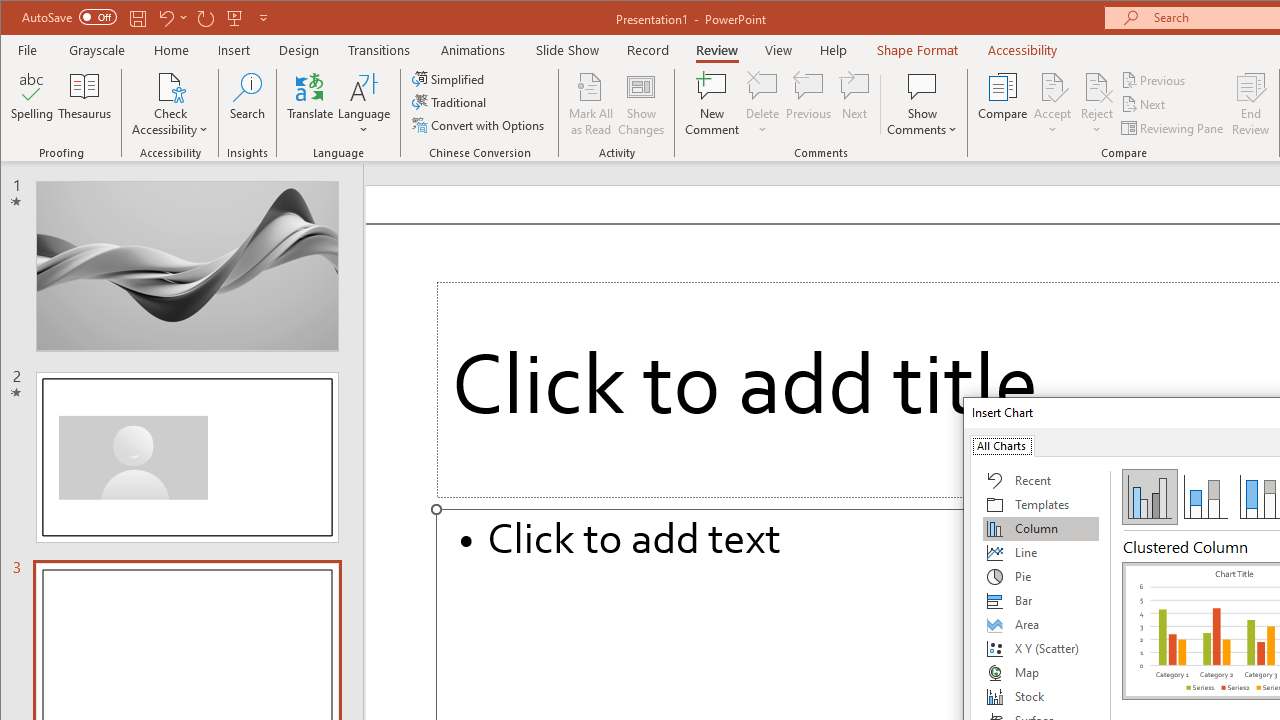 The width and height of the screenshot is (1280, 720). I want to click on 'X Y (Scatter)', so click(1040, 649).